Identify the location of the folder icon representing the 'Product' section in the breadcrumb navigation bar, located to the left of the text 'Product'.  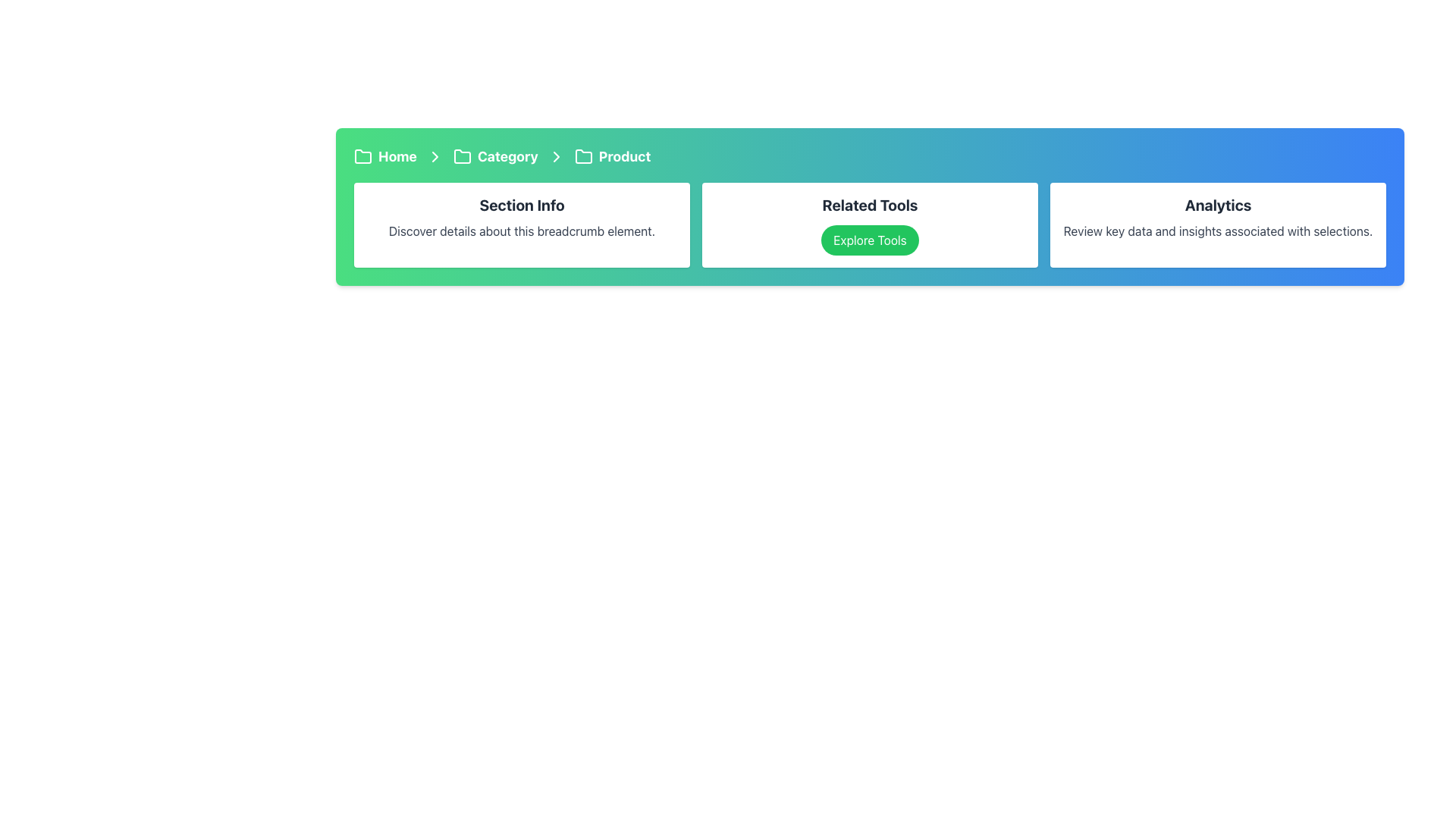
(582, 157).